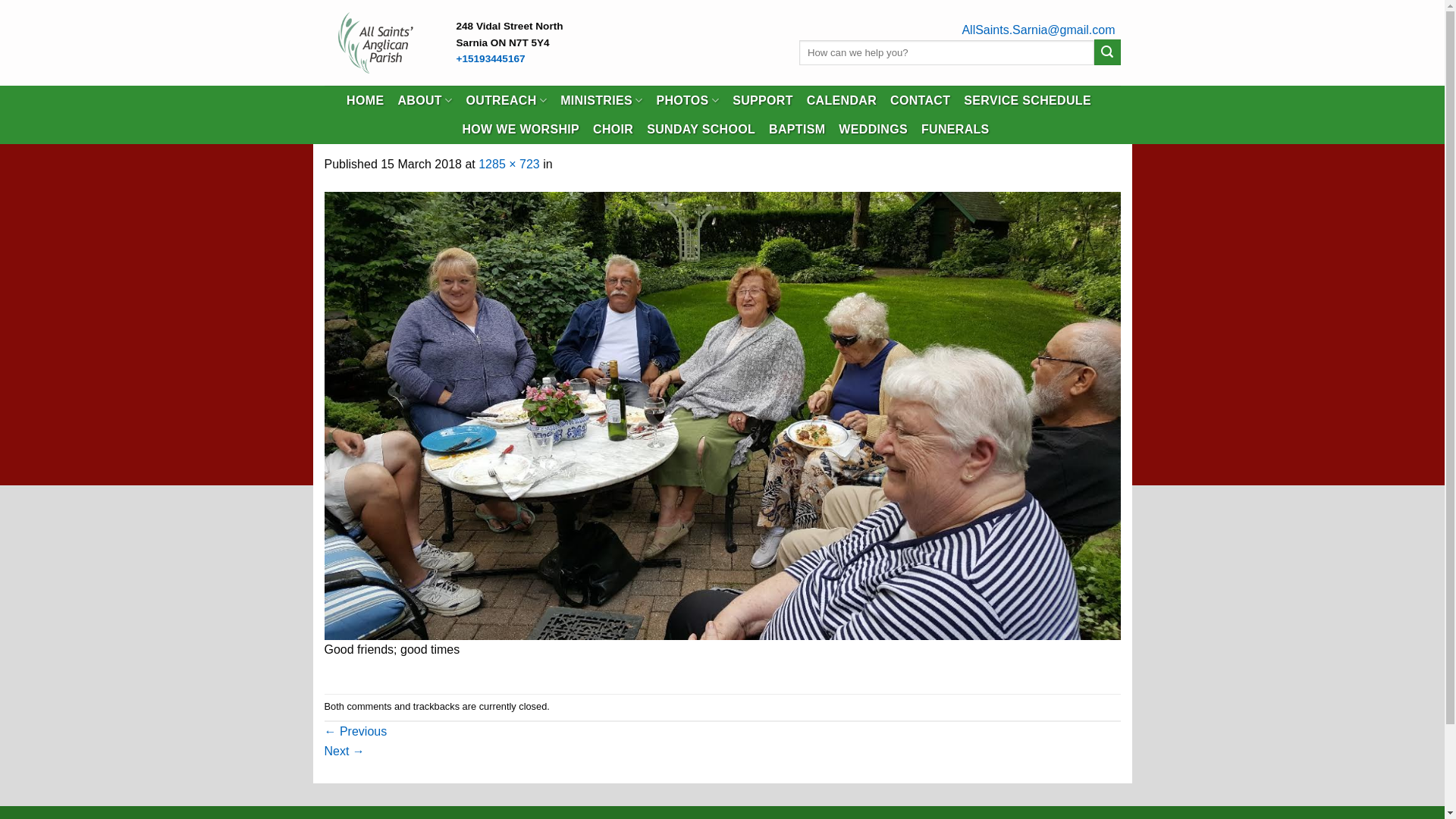 This screenshot has width=1456, height=819. I want to click on 'CALENDAR', so click(840, 100).